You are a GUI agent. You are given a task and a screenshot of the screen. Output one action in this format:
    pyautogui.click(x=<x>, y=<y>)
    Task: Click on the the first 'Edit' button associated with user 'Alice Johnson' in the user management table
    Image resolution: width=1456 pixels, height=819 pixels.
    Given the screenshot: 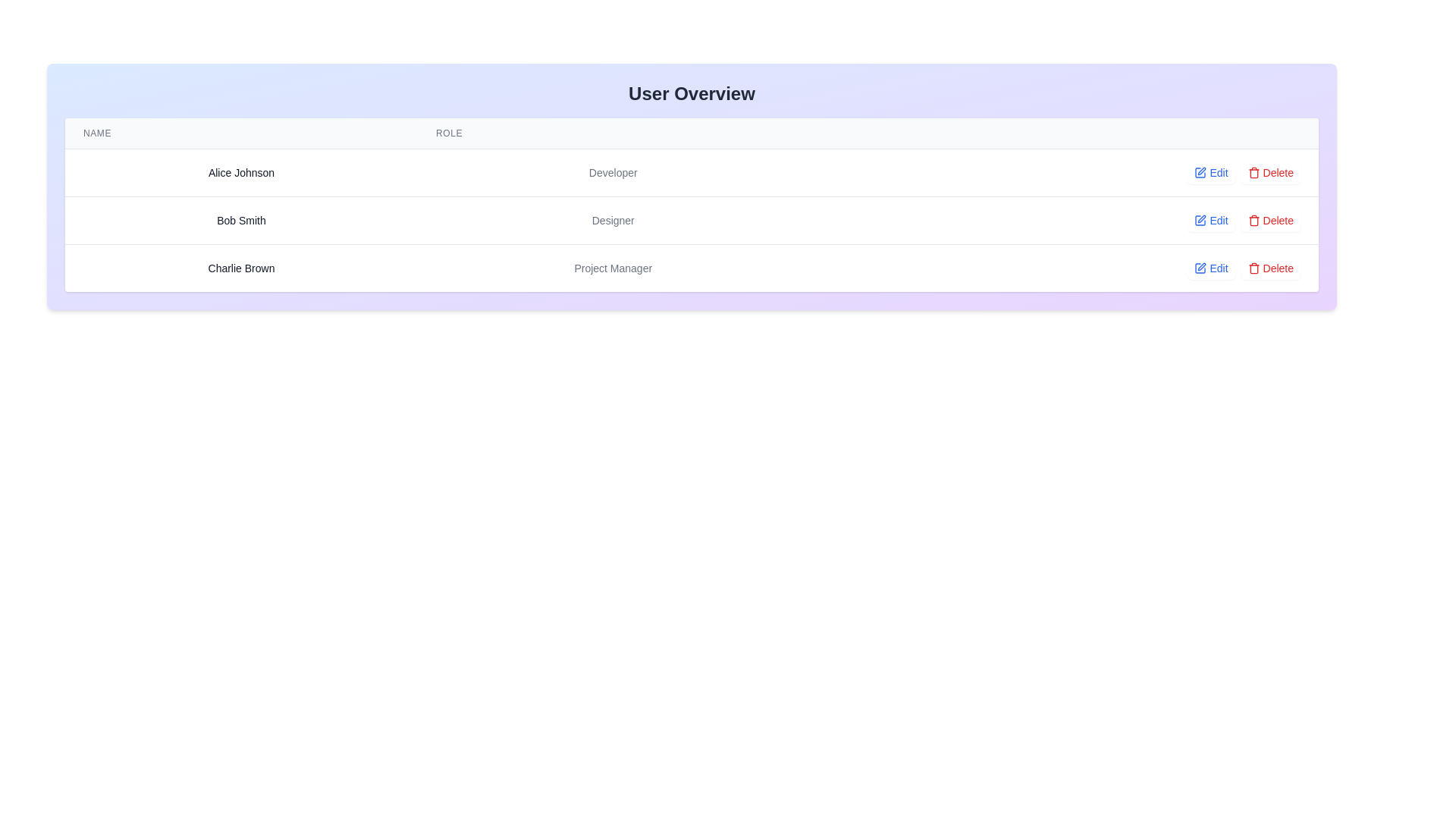 What is the action you would take?
    pyautogui.click(x=1210, y=171)
    